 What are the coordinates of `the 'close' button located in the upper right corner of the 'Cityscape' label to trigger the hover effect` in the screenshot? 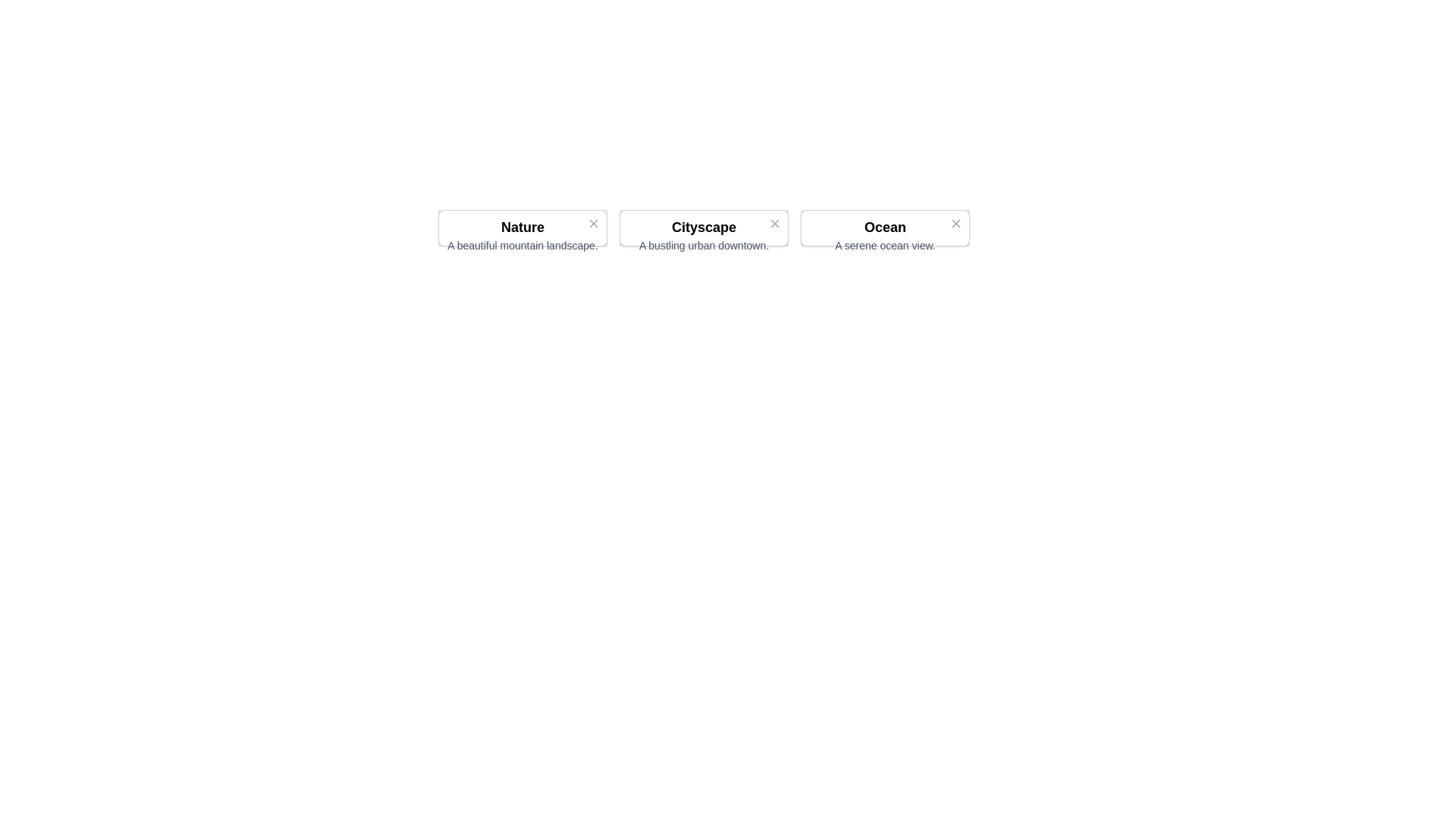 It's located at (775, 223).